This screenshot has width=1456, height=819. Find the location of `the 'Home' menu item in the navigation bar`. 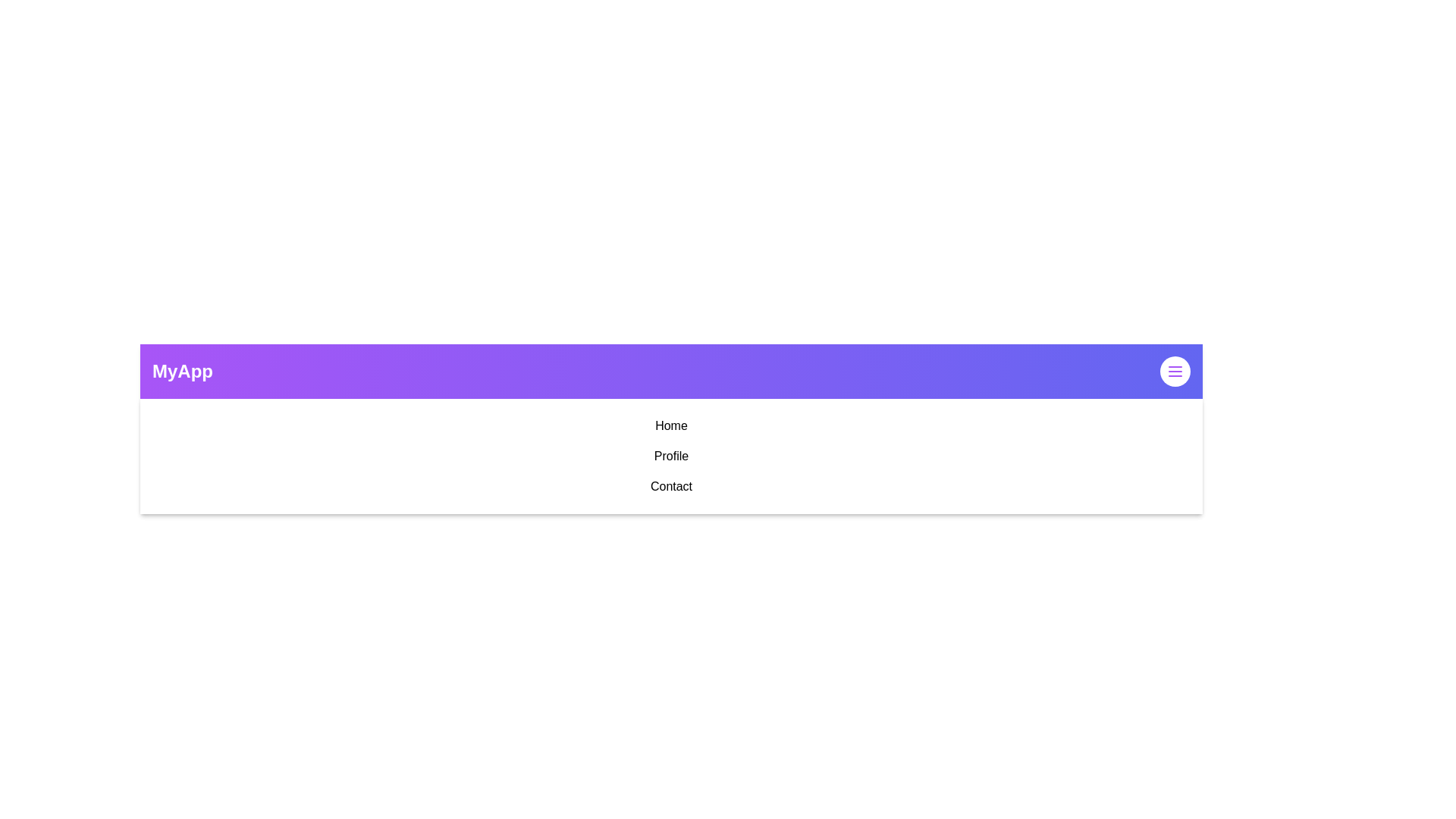

the 'Home' menu item in the navigation bar is located at coordinates (670, 426).